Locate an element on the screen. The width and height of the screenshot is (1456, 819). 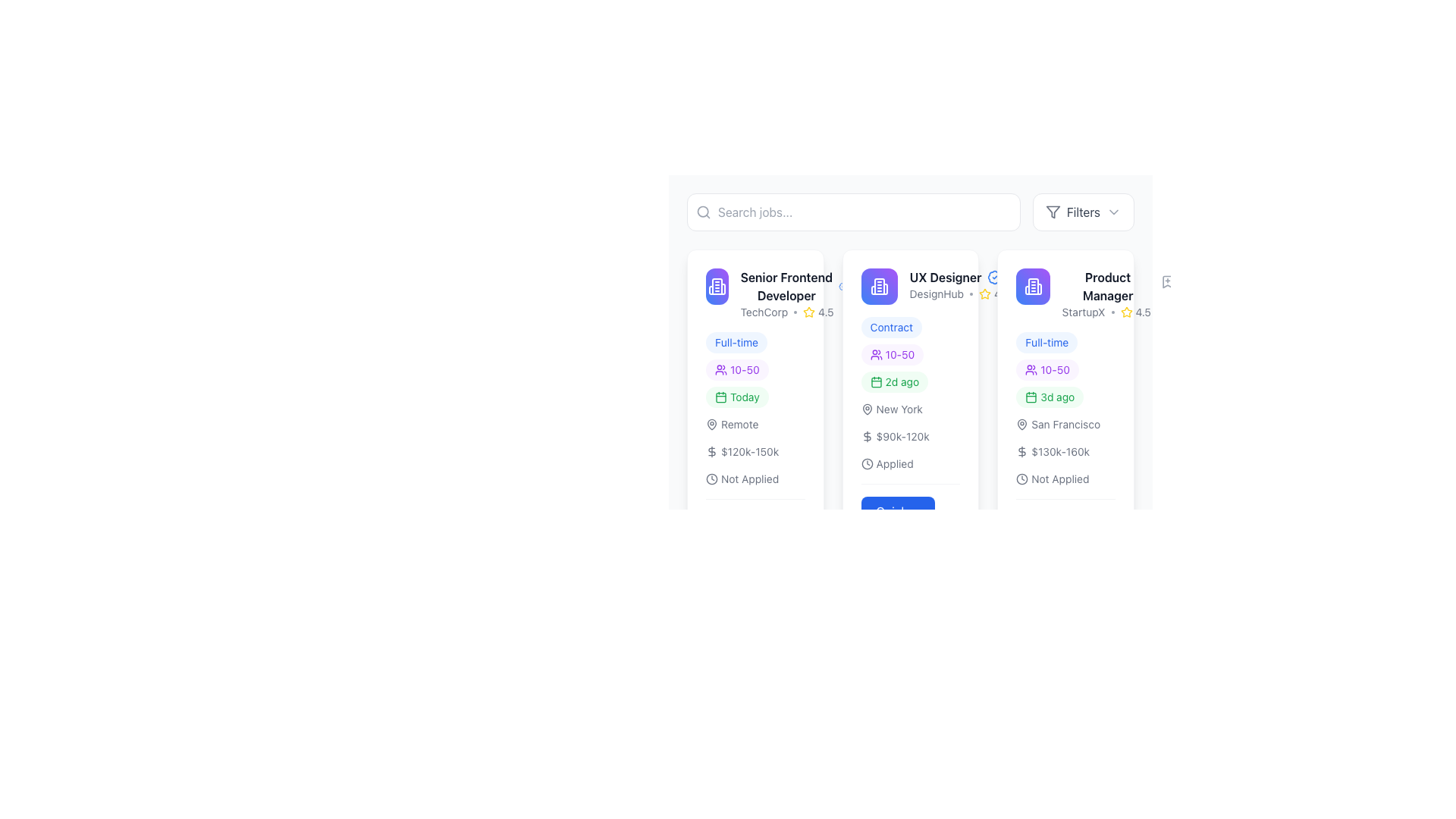
text label providing the title and company information for the job opportunity located at the top of the central job posting card is located at coordinates (910, 287).